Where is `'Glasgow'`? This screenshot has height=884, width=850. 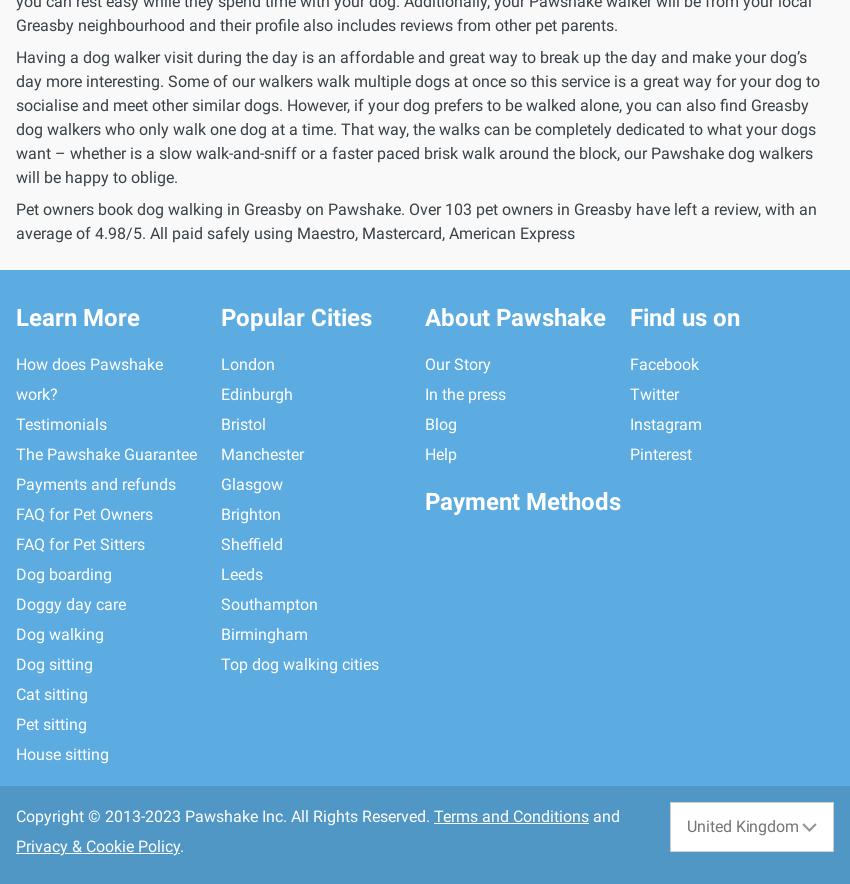 'Glasgow' is located at coordinates (219, 483).